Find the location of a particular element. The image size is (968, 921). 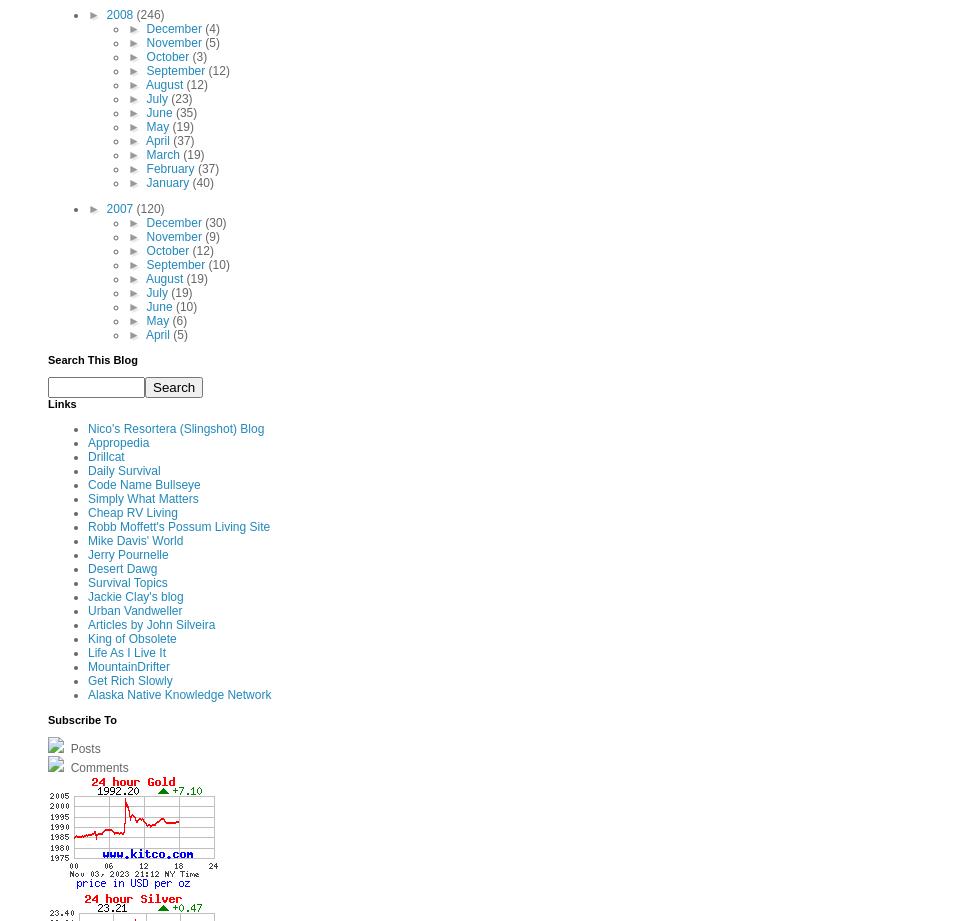

'Articles by John Silveira' is located at coordinates (87, 623).